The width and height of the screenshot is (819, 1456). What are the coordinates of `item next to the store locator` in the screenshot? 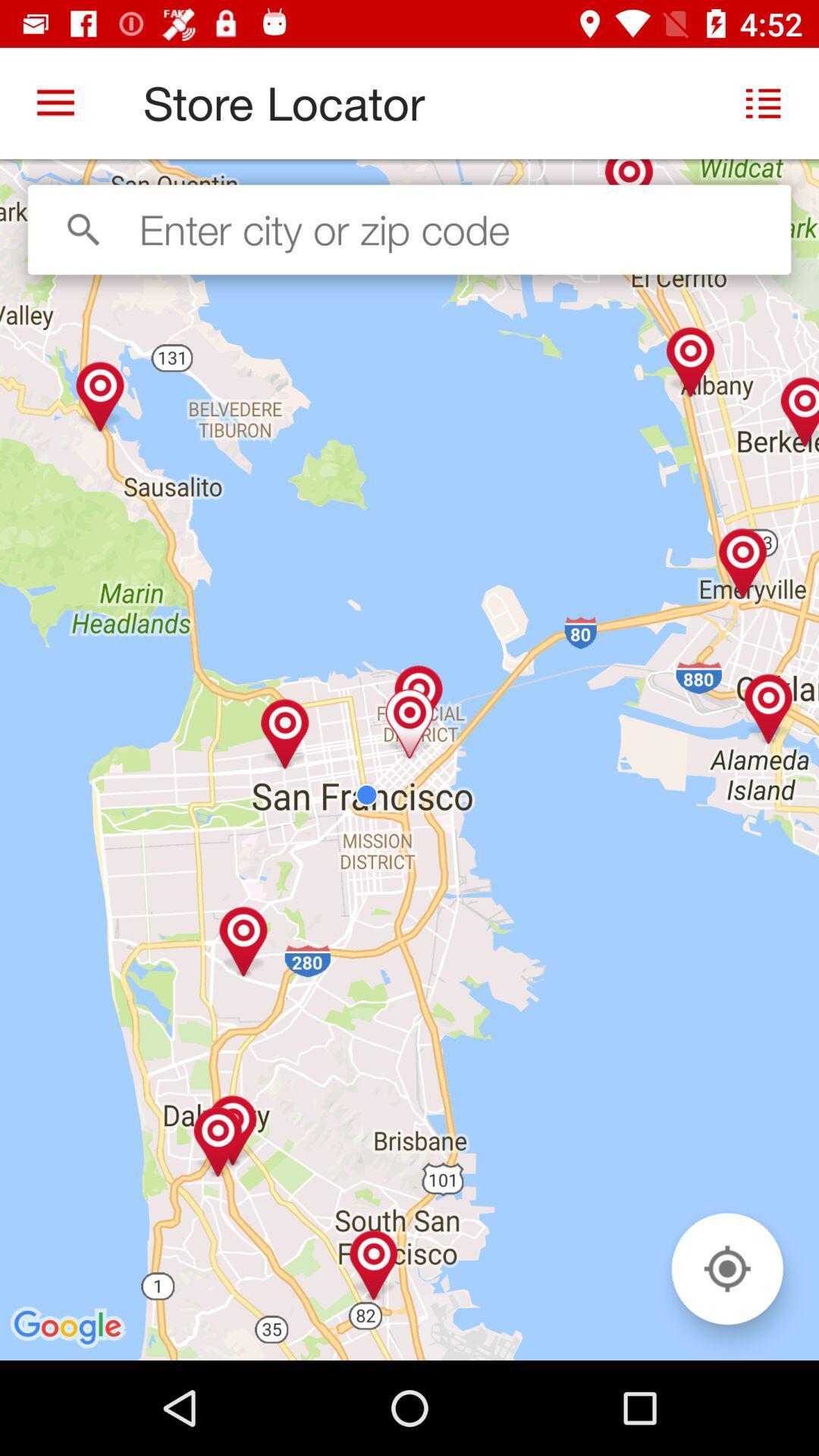 It's located at (55, 102).